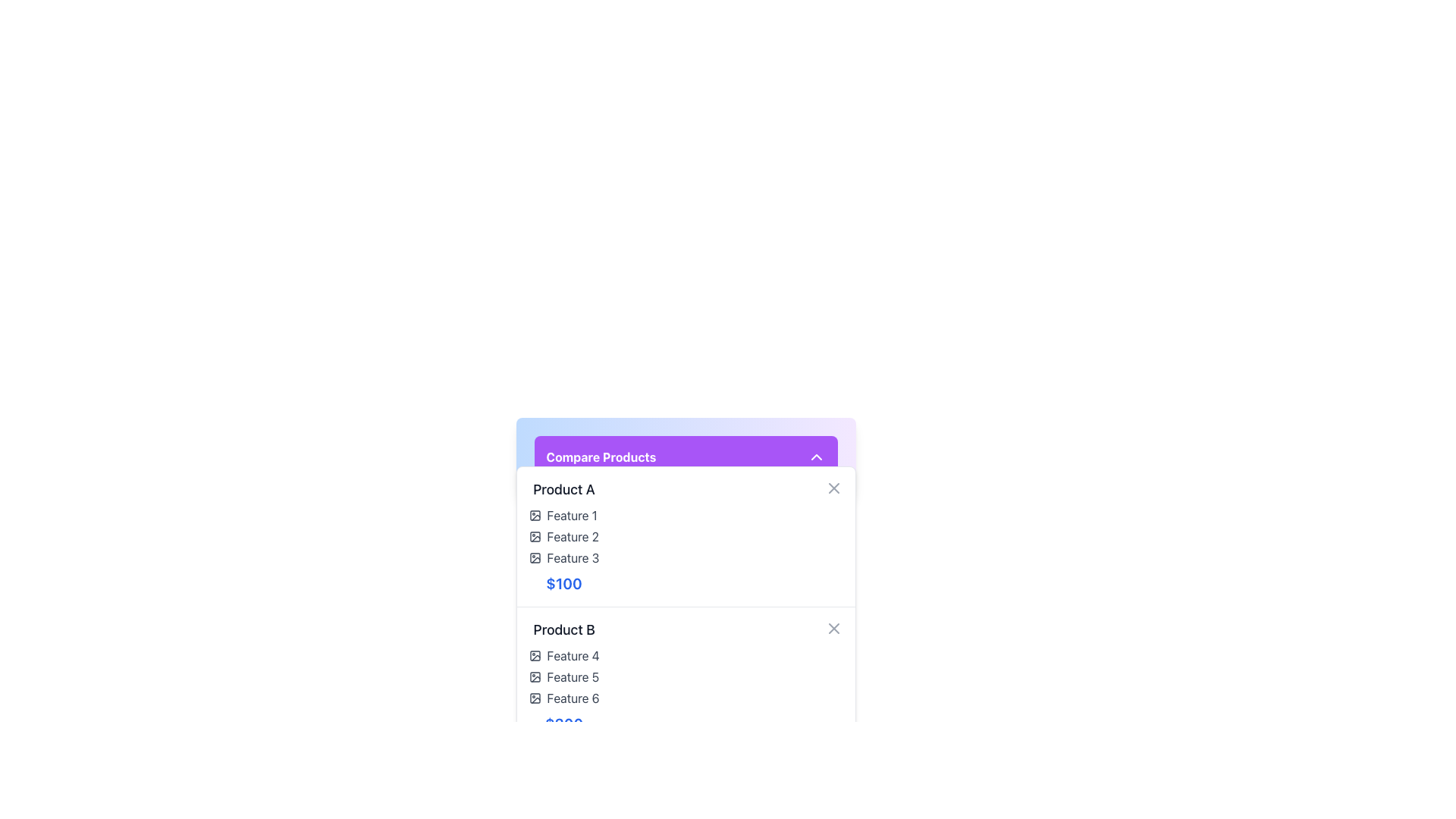 The width and height of the screenshot is (1456, 819). Describe the element at coordinates (535, 676) in the screenshot. I see `the status-indicating icon for 'Feature 5' located in the 'Product B' section, which is the first item of the row starting with 'Feature 5'` at that location.